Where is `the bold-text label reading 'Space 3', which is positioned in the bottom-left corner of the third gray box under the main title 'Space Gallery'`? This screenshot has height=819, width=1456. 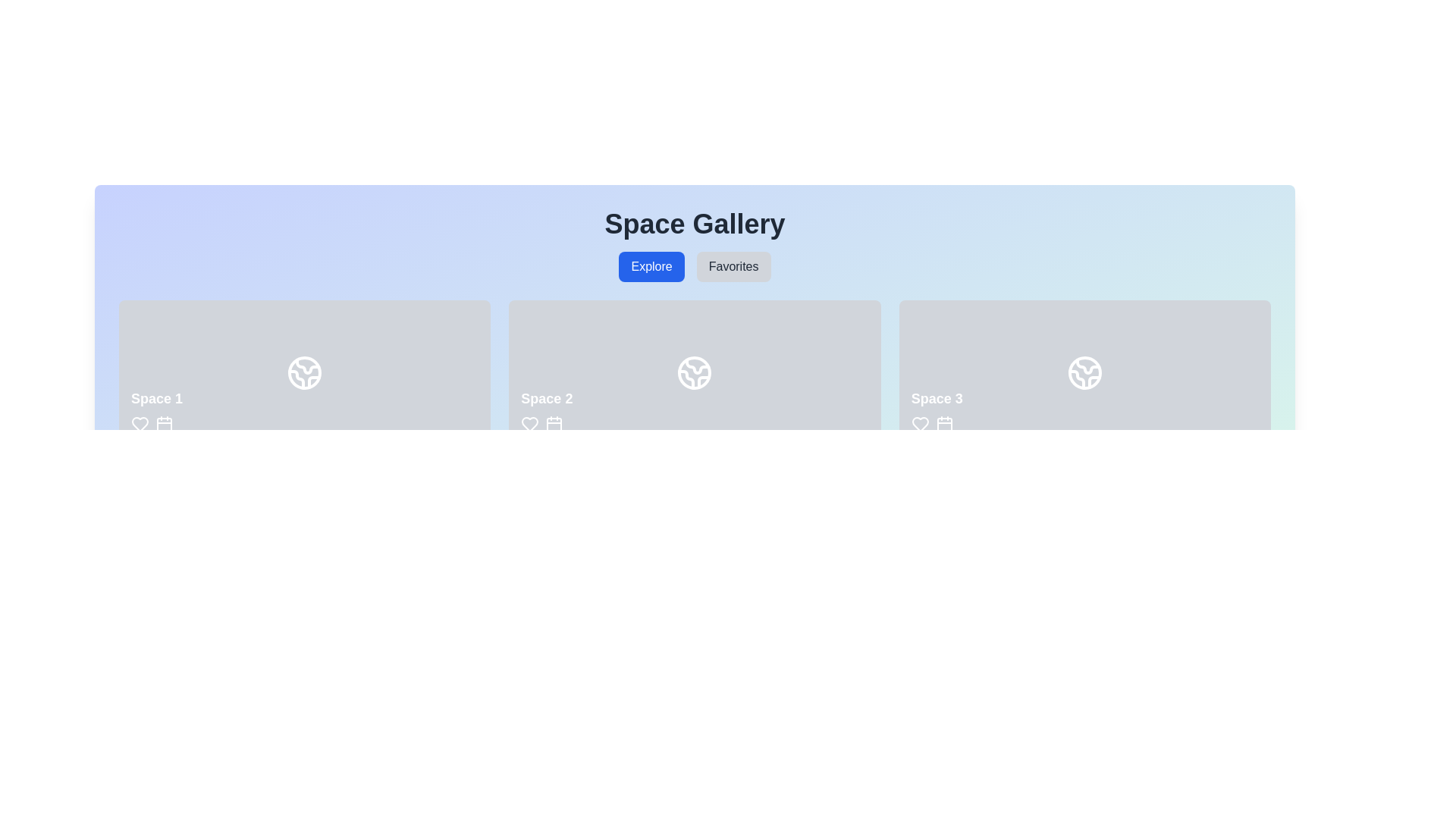
the bold-text label reading 'Space 3', which is positioned in the bottom-left corner of the third gray box under the main title 'Space Gallery' is located at coordinates (936, 397).